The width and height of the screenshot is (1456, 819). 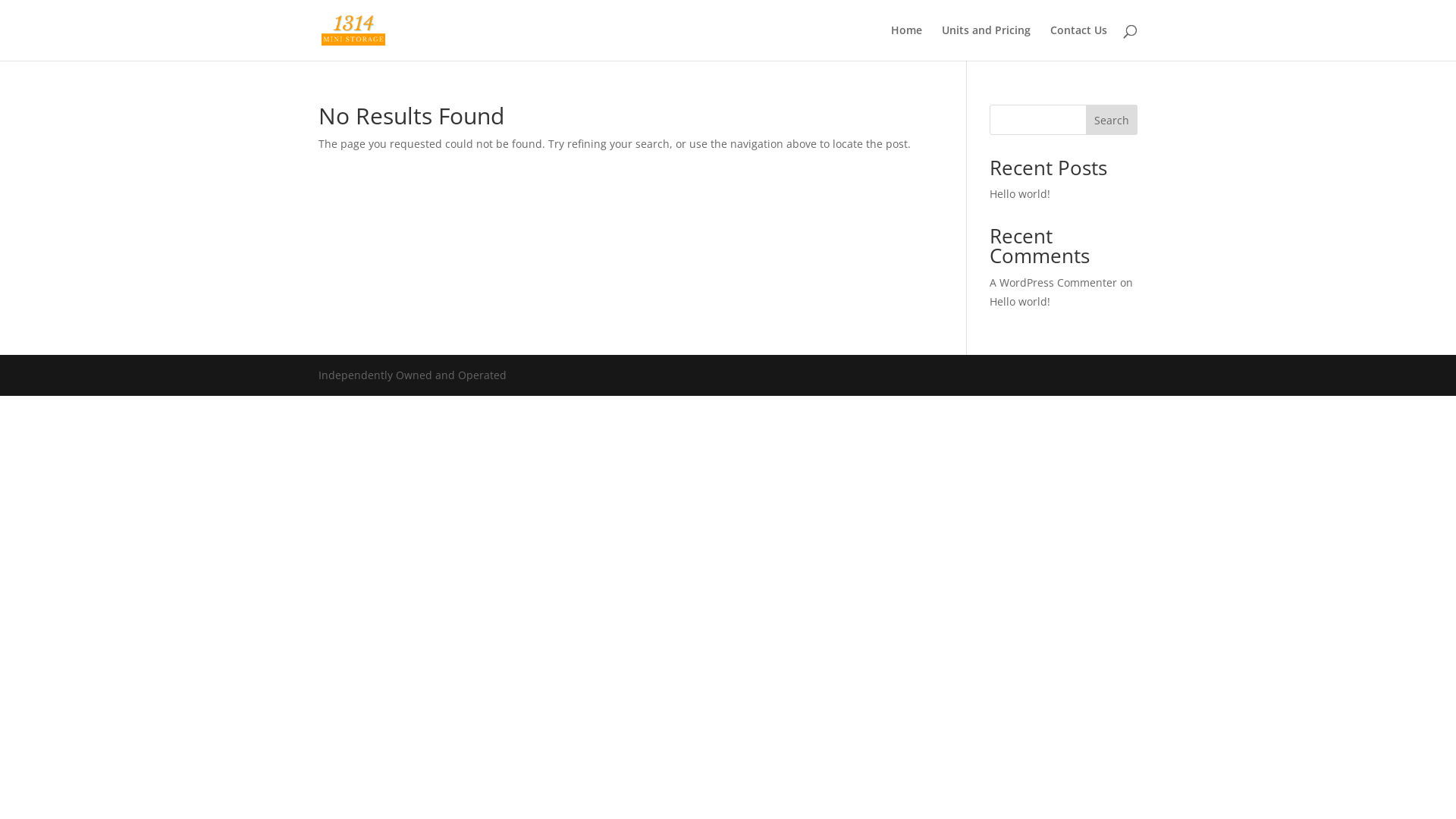 What do you see at coordinates (1050, 42) in the screenshot?
I see `'Contact Us'` at bounding box center [1050, 42].